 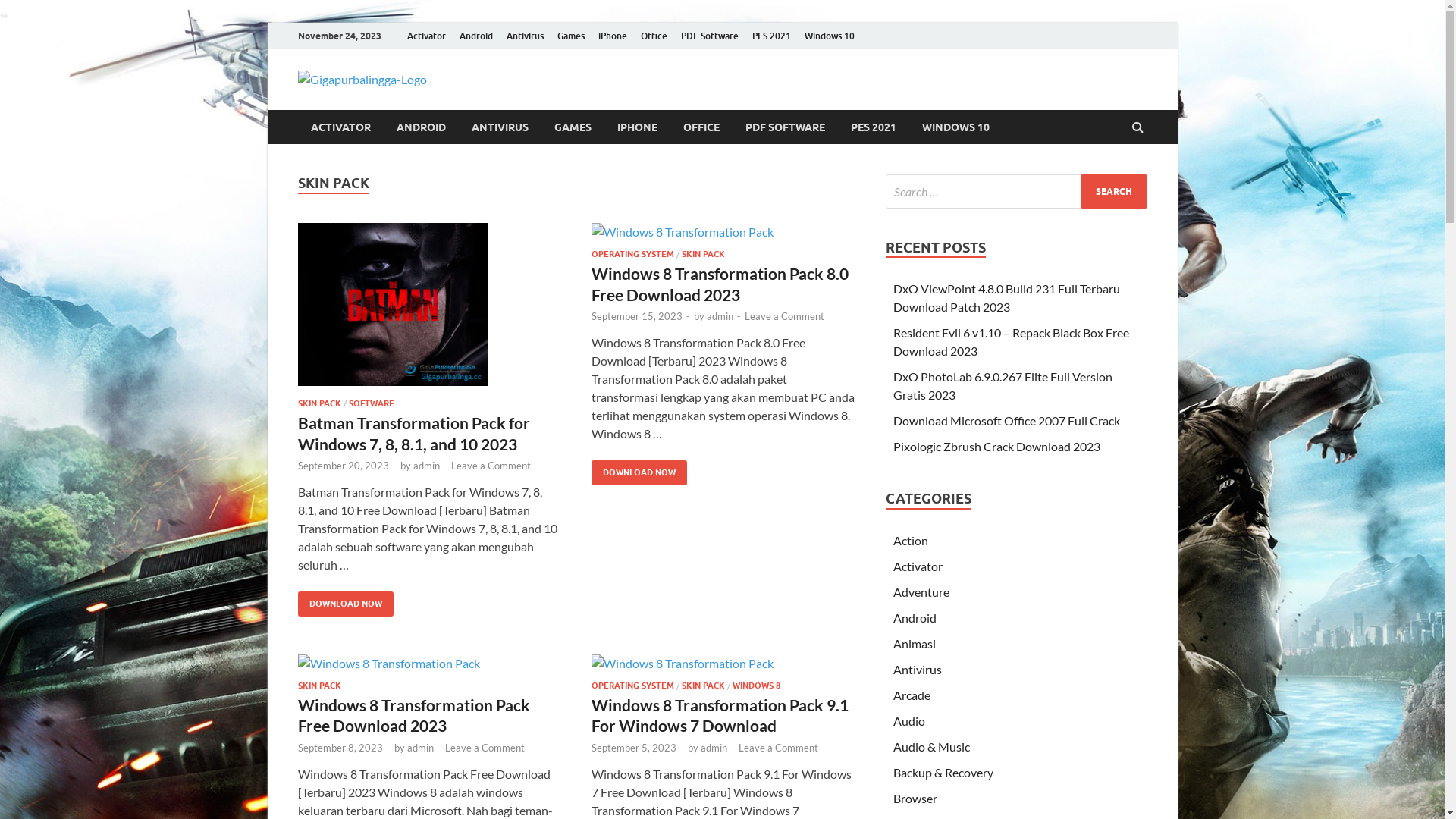 I want to click on 'Leave a Comment', so click(x=490, y=464).